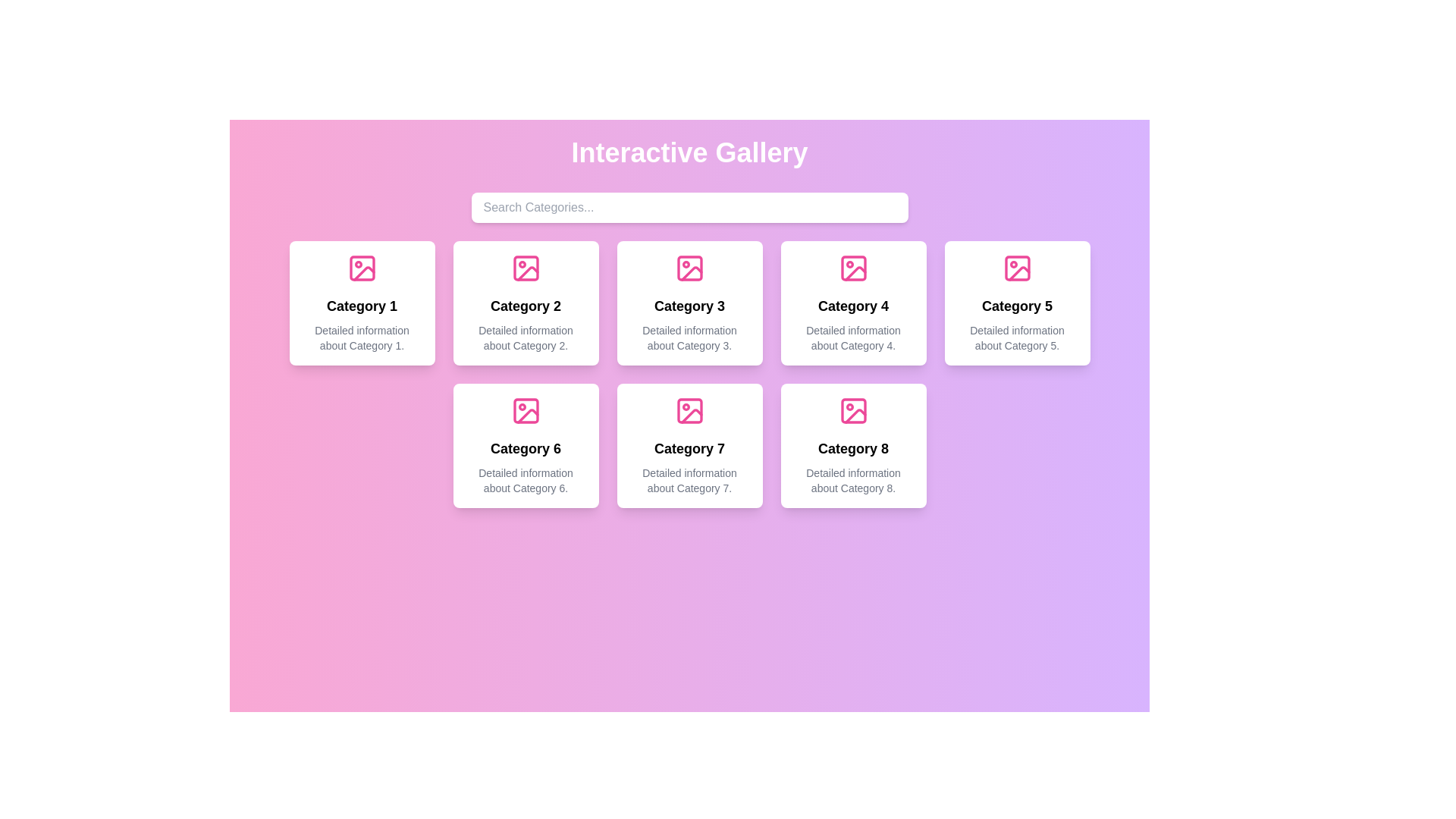  What do you see at coordinates (526, 411) in the screenshot?
I see `the minimalist bright pink icon representing an image placeholder, located at the top-center inside the card labeled 'Category 6', which is the 6th card in the grid layout` at bounding box center [526, 411].